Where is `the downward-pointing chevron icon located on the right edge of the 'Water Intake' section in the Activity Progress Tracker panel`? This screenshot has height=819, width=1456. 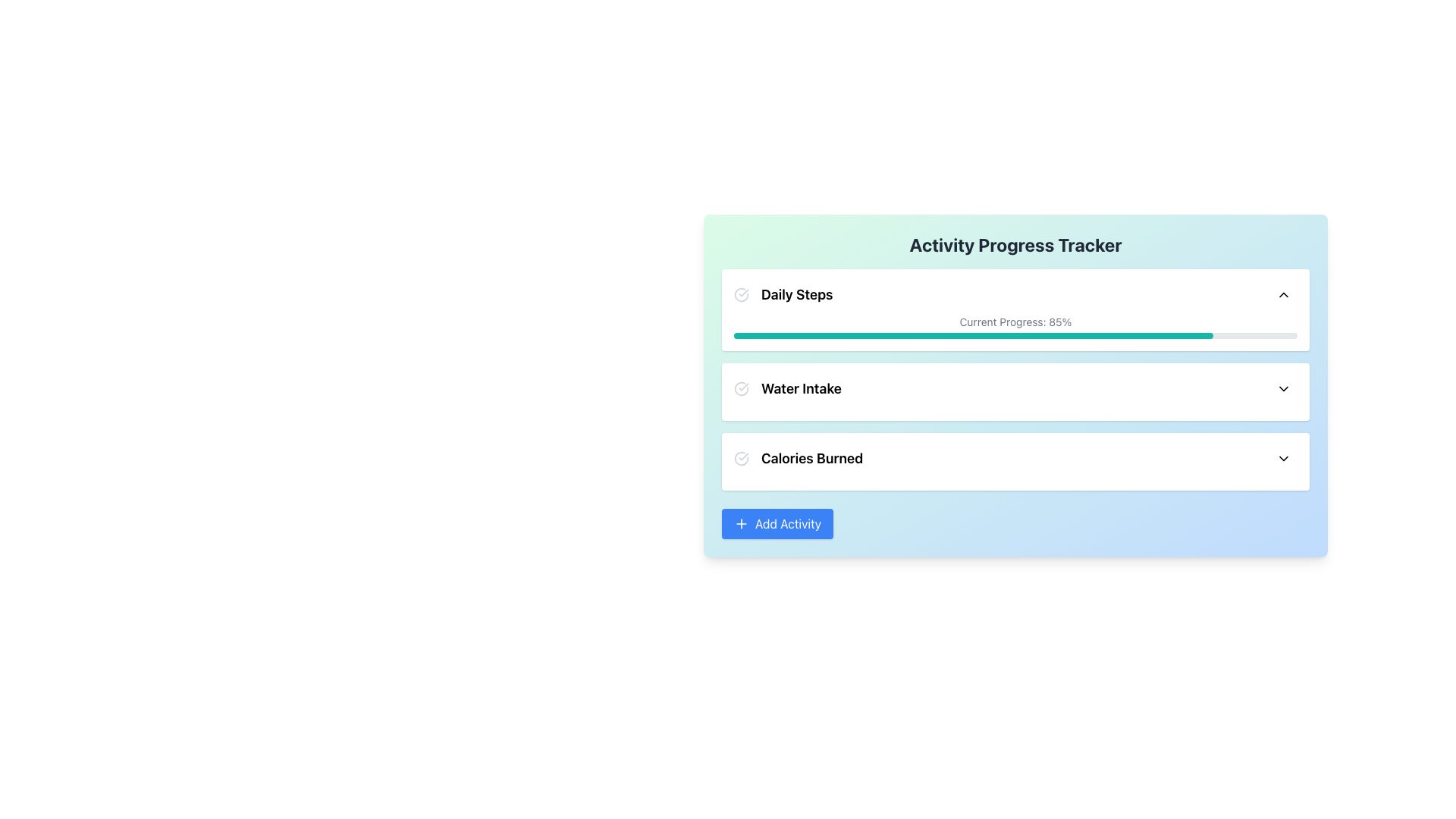 the downward-pointing chevron icon located on the right edge of the 'Water Intake' section in the Activity Progress Tracker panel is located at coordinates (1283, 388).